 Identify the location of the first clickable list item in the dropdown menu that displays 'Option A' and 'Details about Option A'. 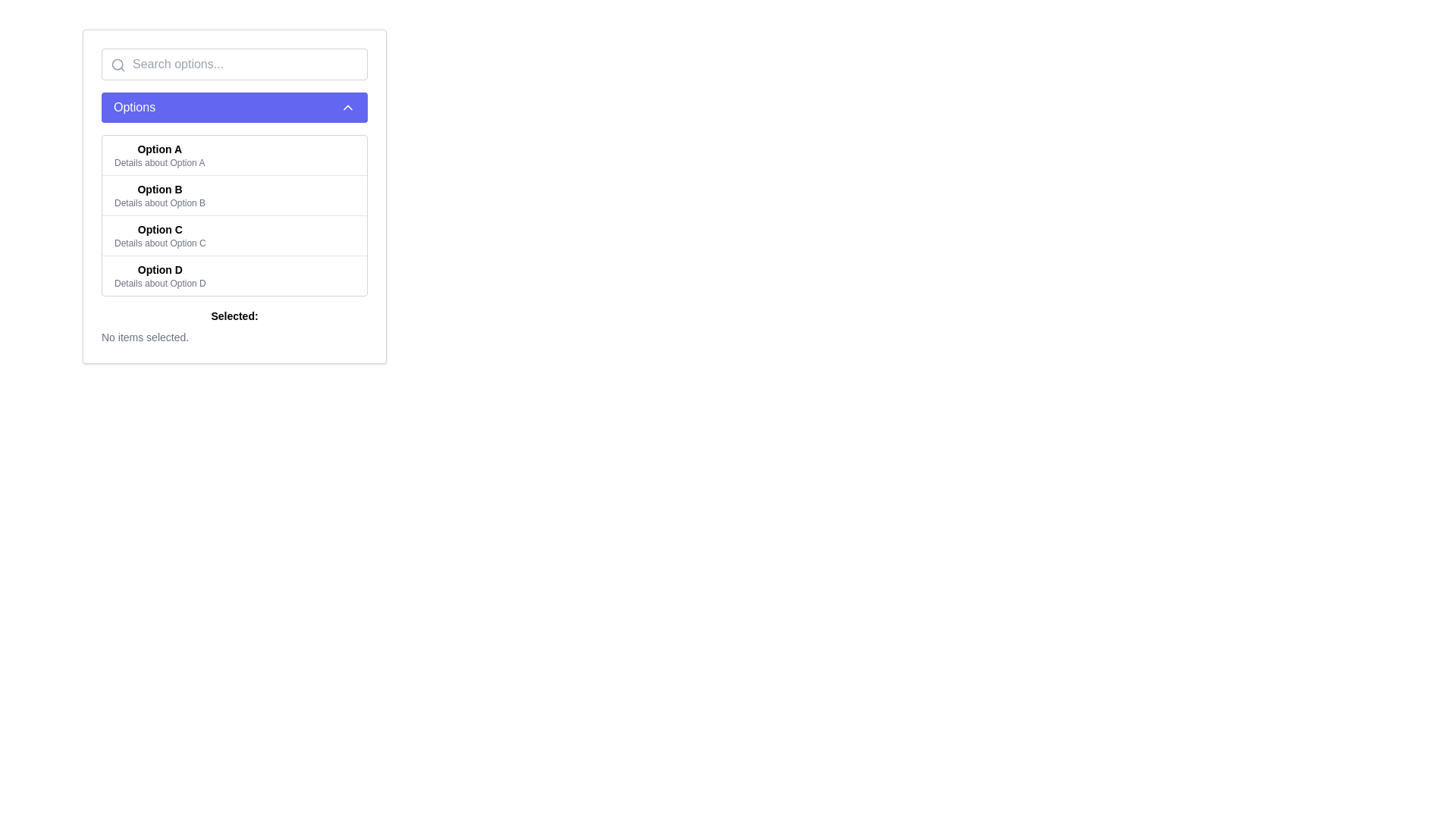
(234, 155).